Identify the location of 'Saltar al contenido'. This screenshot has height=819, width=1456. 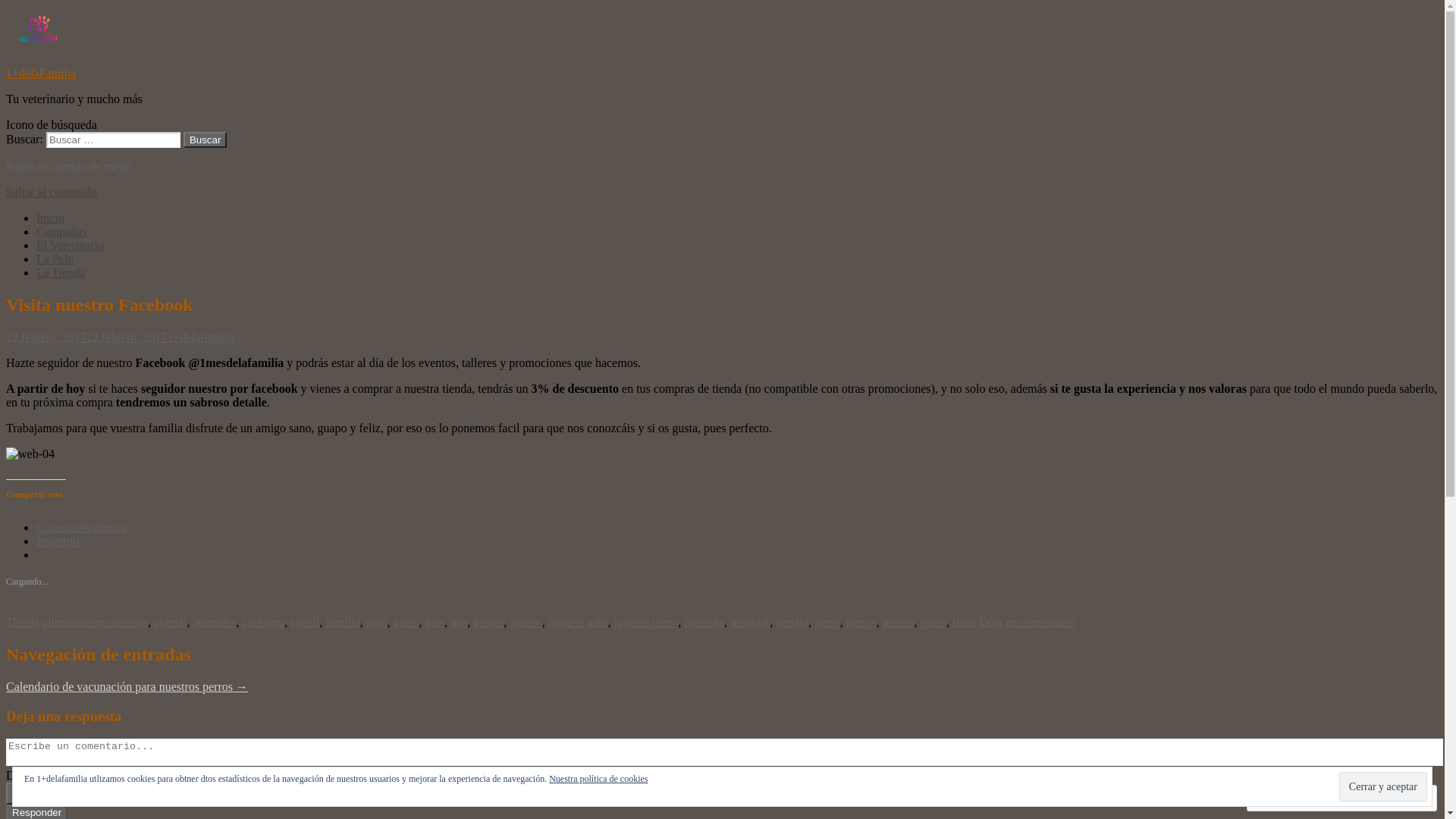
(6, 191).